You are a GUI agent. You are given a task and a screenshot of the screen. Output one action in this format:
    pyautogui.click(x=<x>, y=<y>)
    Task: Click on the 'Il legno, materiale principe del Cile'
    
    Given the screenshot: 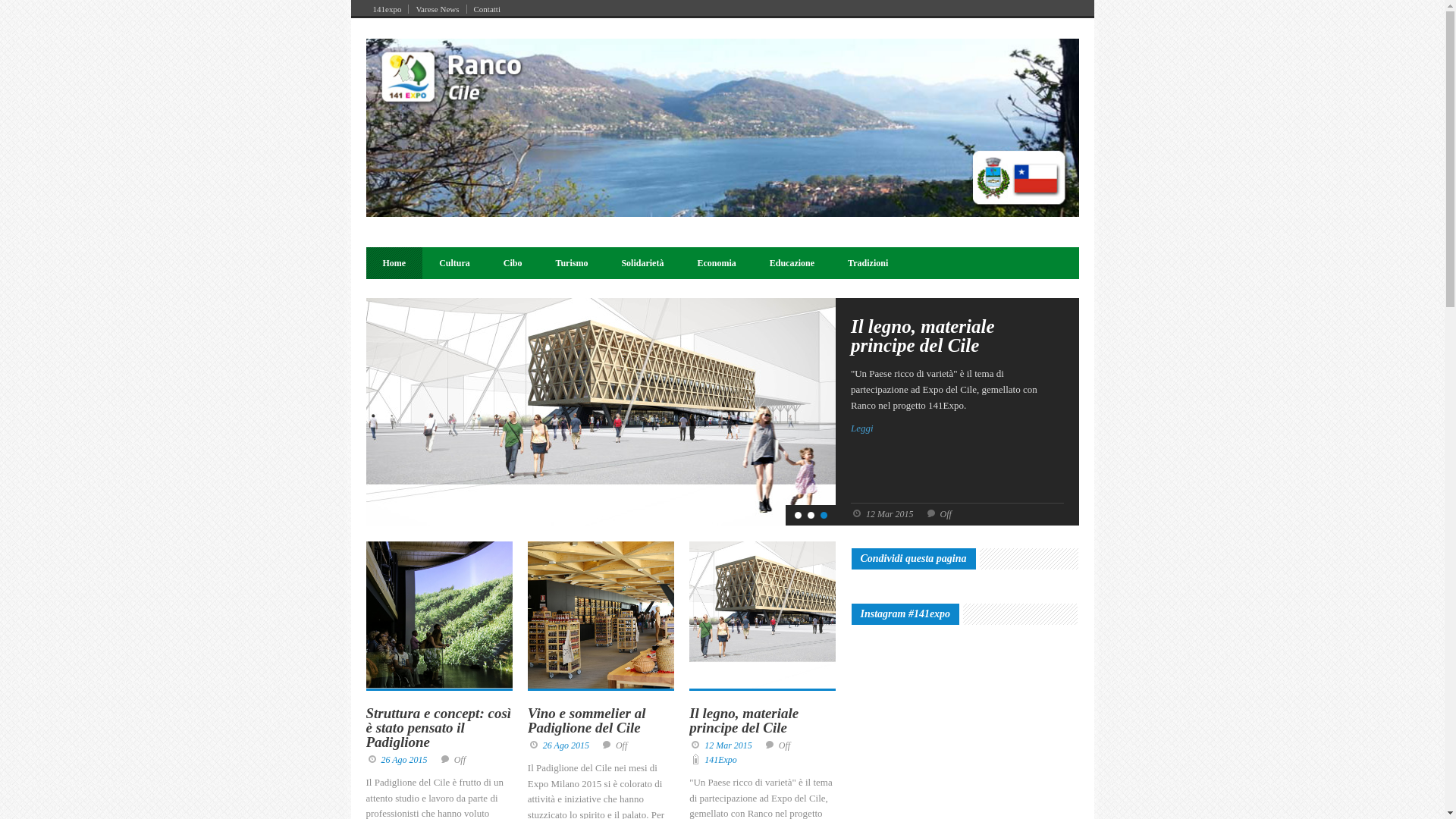 What is the action you would take?
    pyautogui.click(x=688, y=719)
    